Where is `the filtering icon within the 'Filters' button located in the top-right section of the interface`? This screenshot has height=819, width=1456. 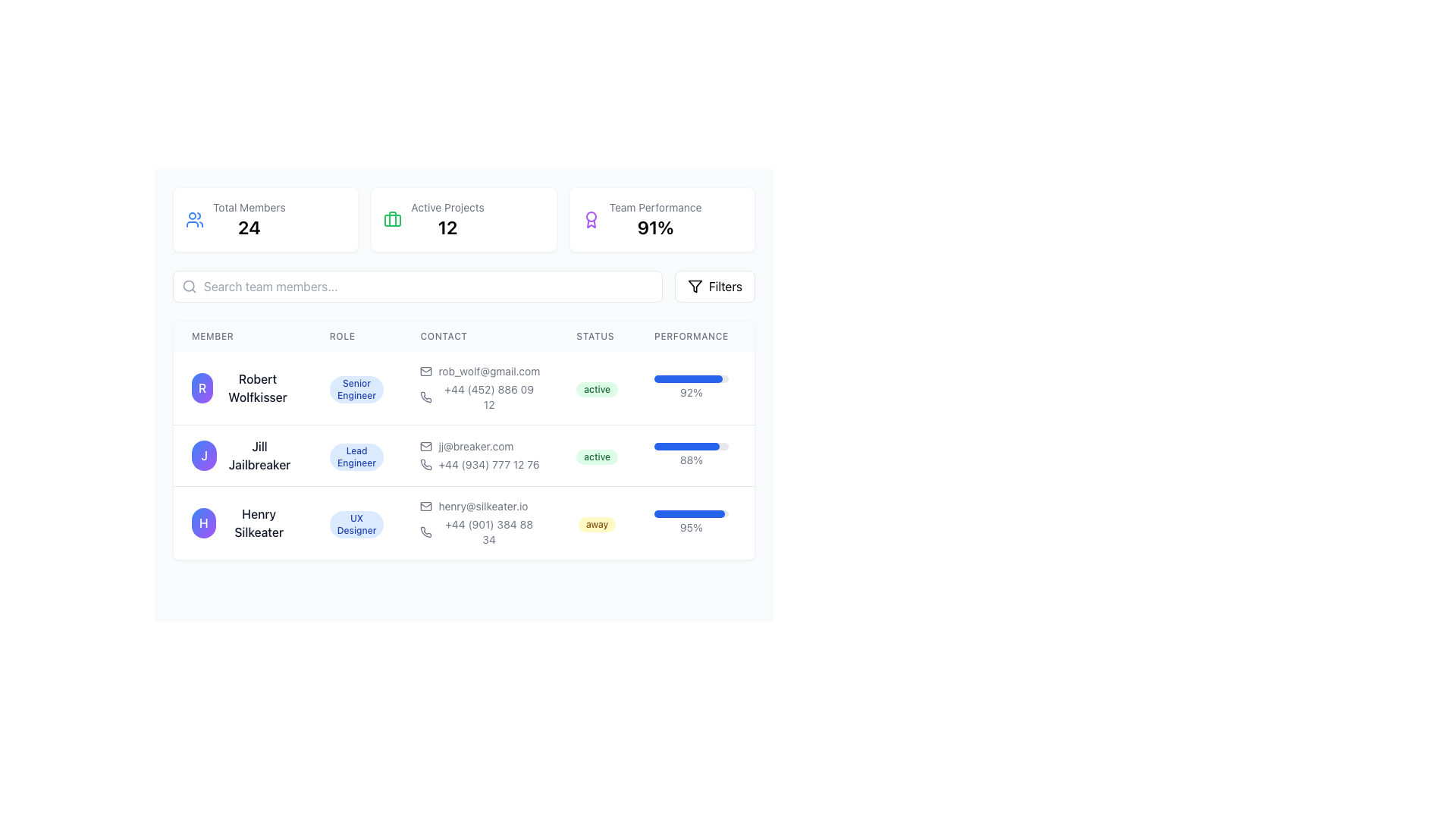
the filtering icon within the 'Filters' button located in the top-right section of the interface is located at coordinates (694, 287).